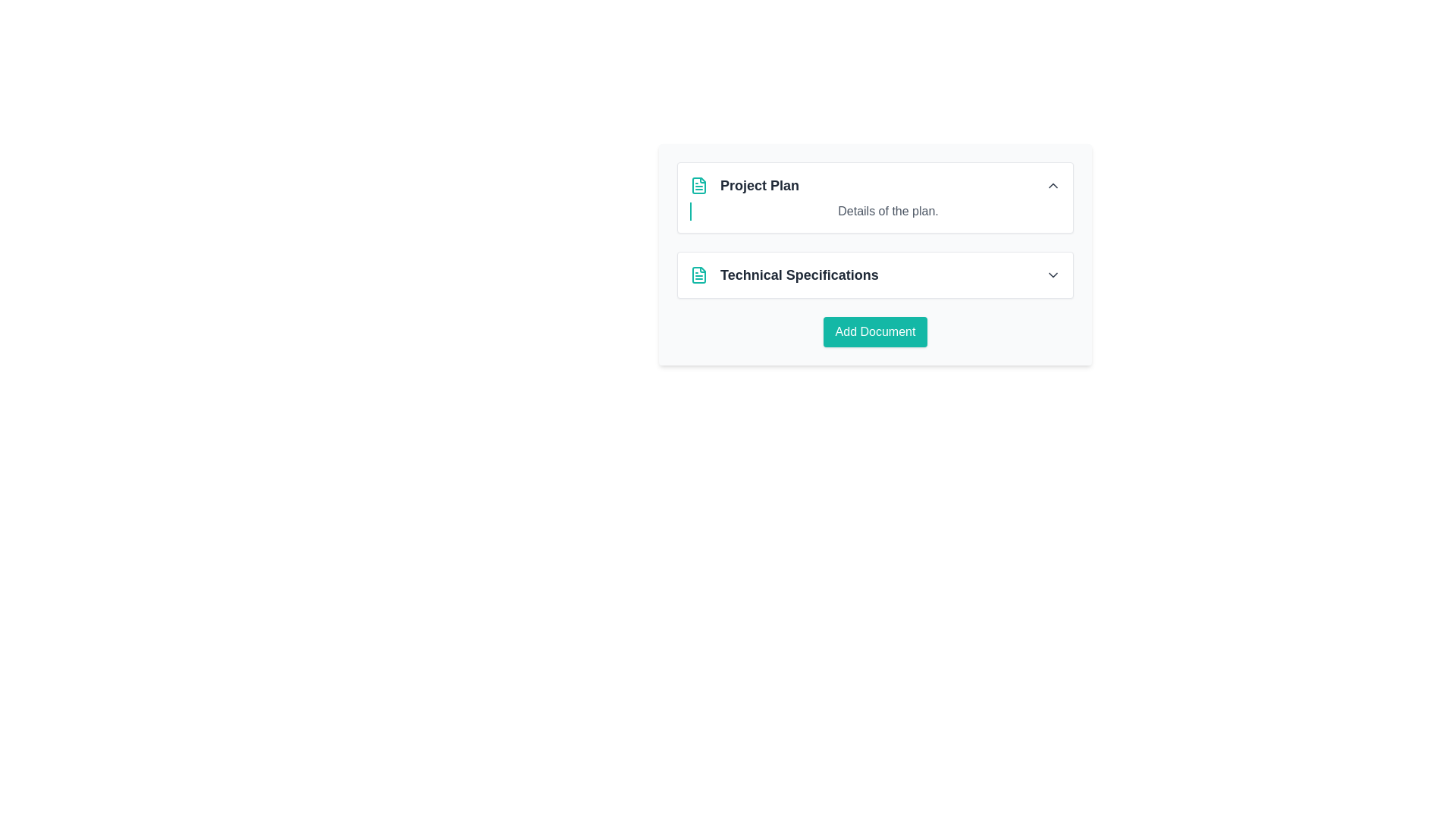  What do you see at coordinates (698, 275) in the screenshot?
I see `the teal file-shaped icon in the second row of the list, which is to the left of the text 'Technical Specifications'` at bounding box center [698, 275].